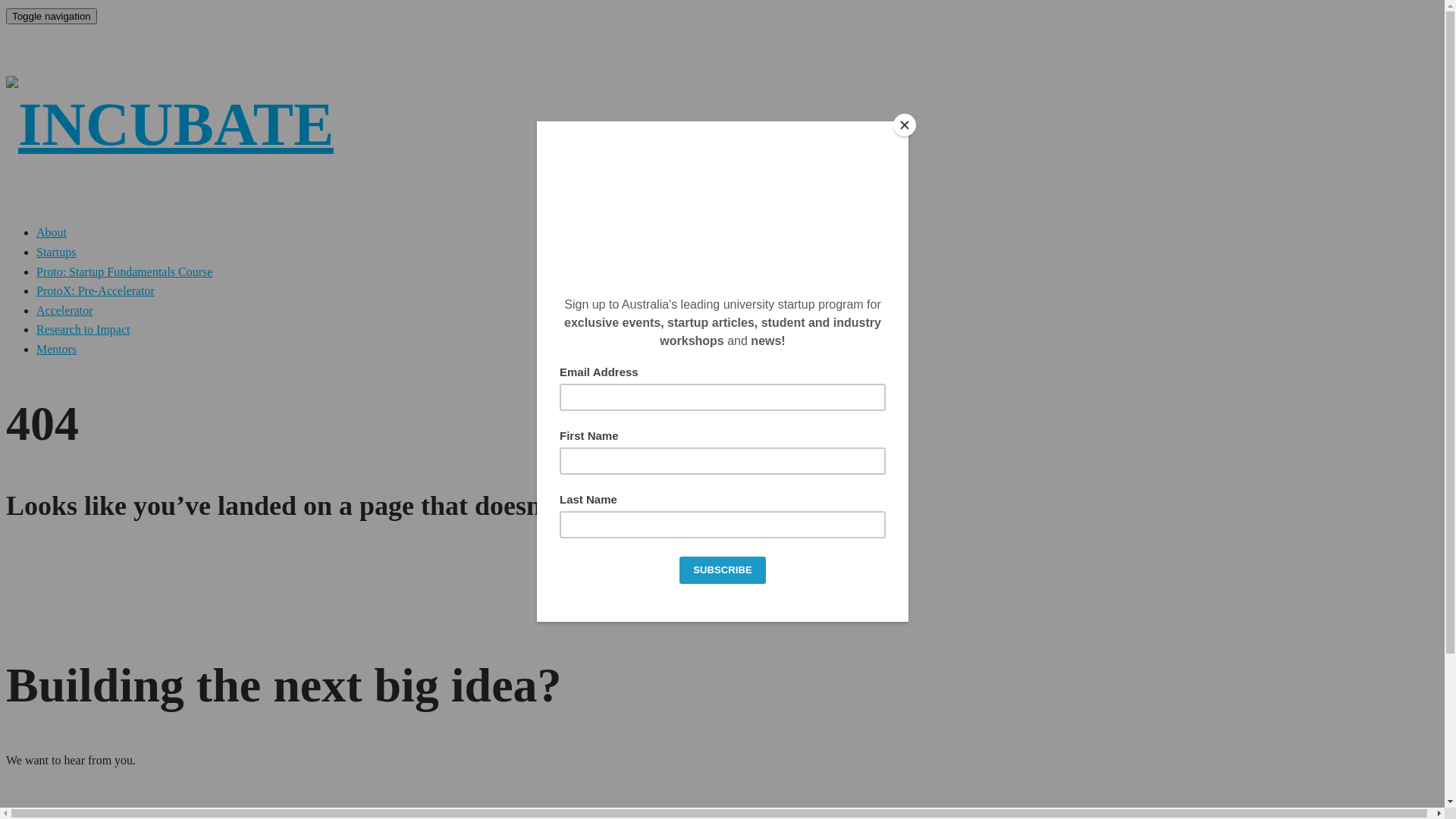  I want to click on 'Startups', so click(55, 251).